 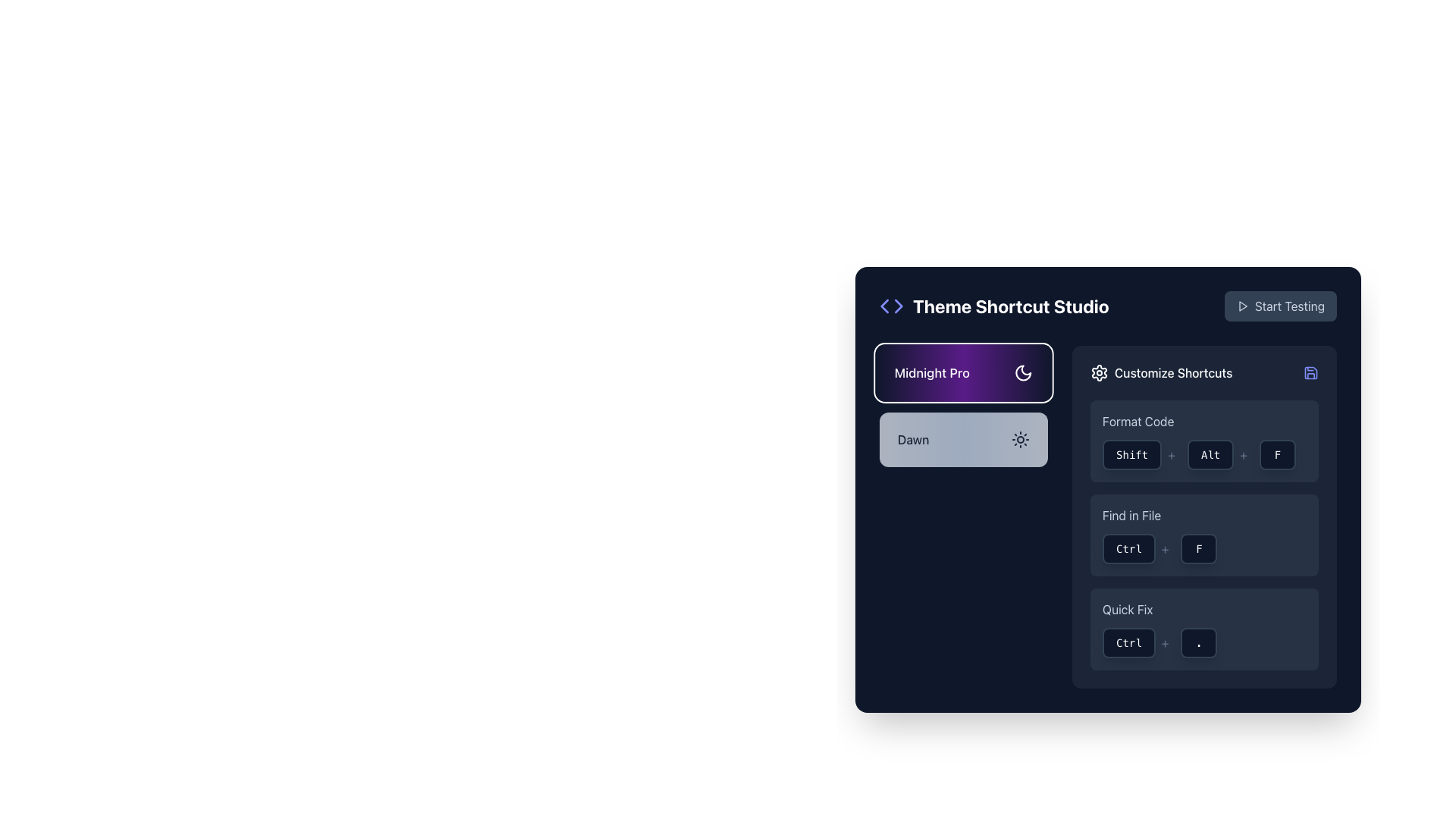 I want to click on the 'Ctrl' text label styled as a key button, so click(x=1128, y=549).